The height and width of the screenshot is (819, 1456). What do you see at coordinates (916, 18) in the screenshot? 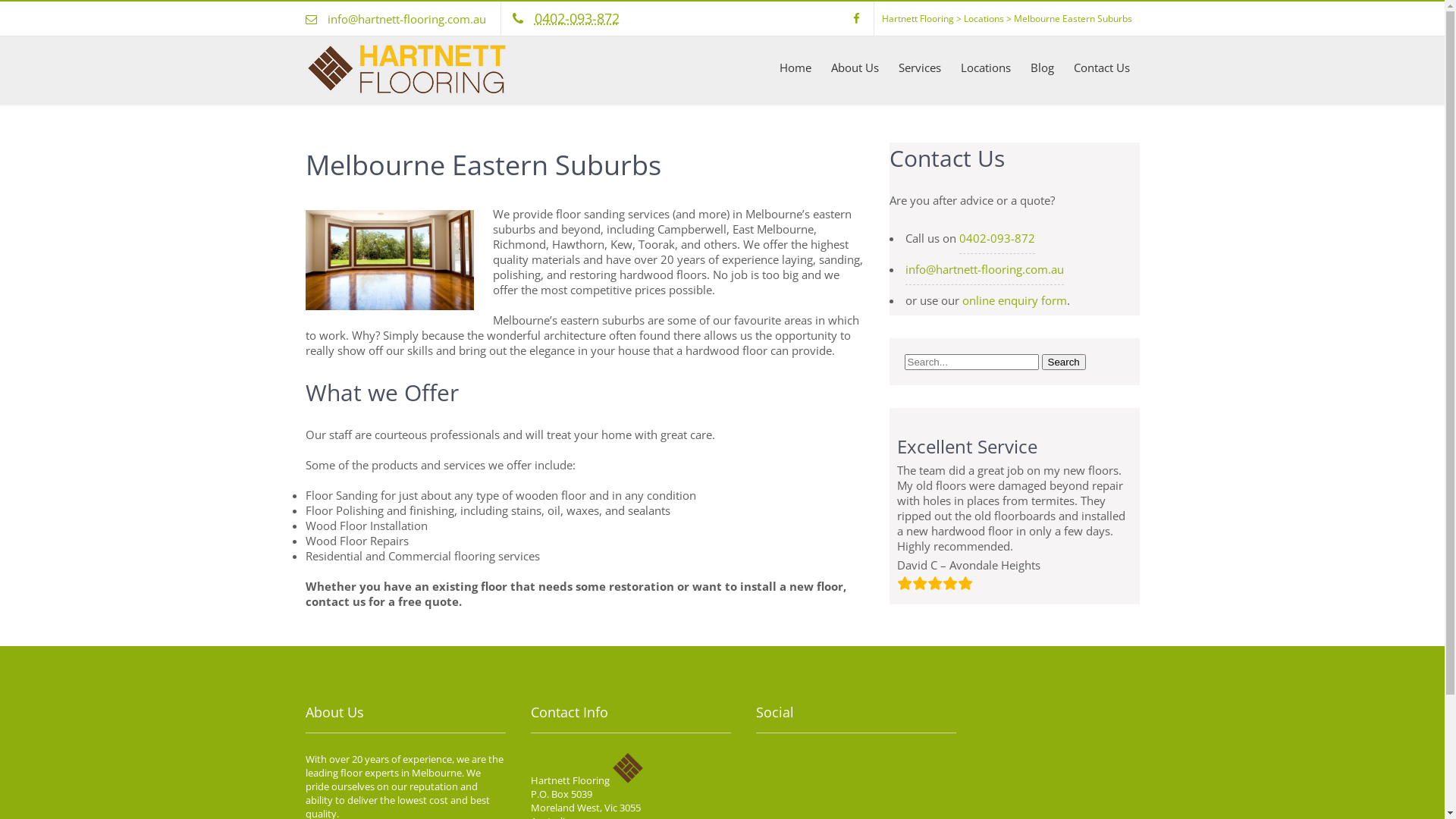
I see `'Hartnett Flooring'` at bounding box center [916, 18].